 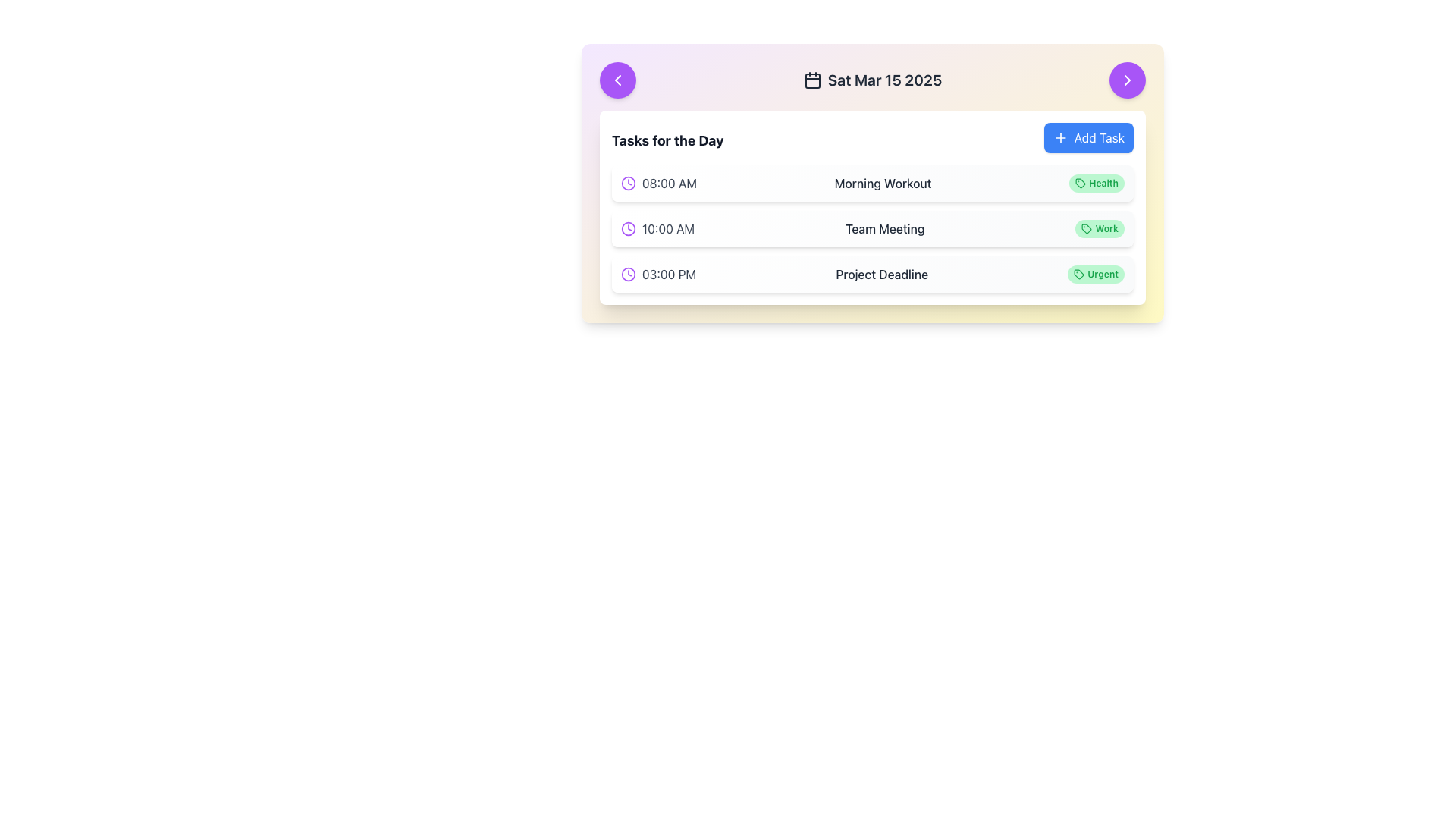 I want to click on the tag-like graphic icon located beside the text 'Urgent' in the 'Tasks for the Day' interface, so click(x=1078, y=275).